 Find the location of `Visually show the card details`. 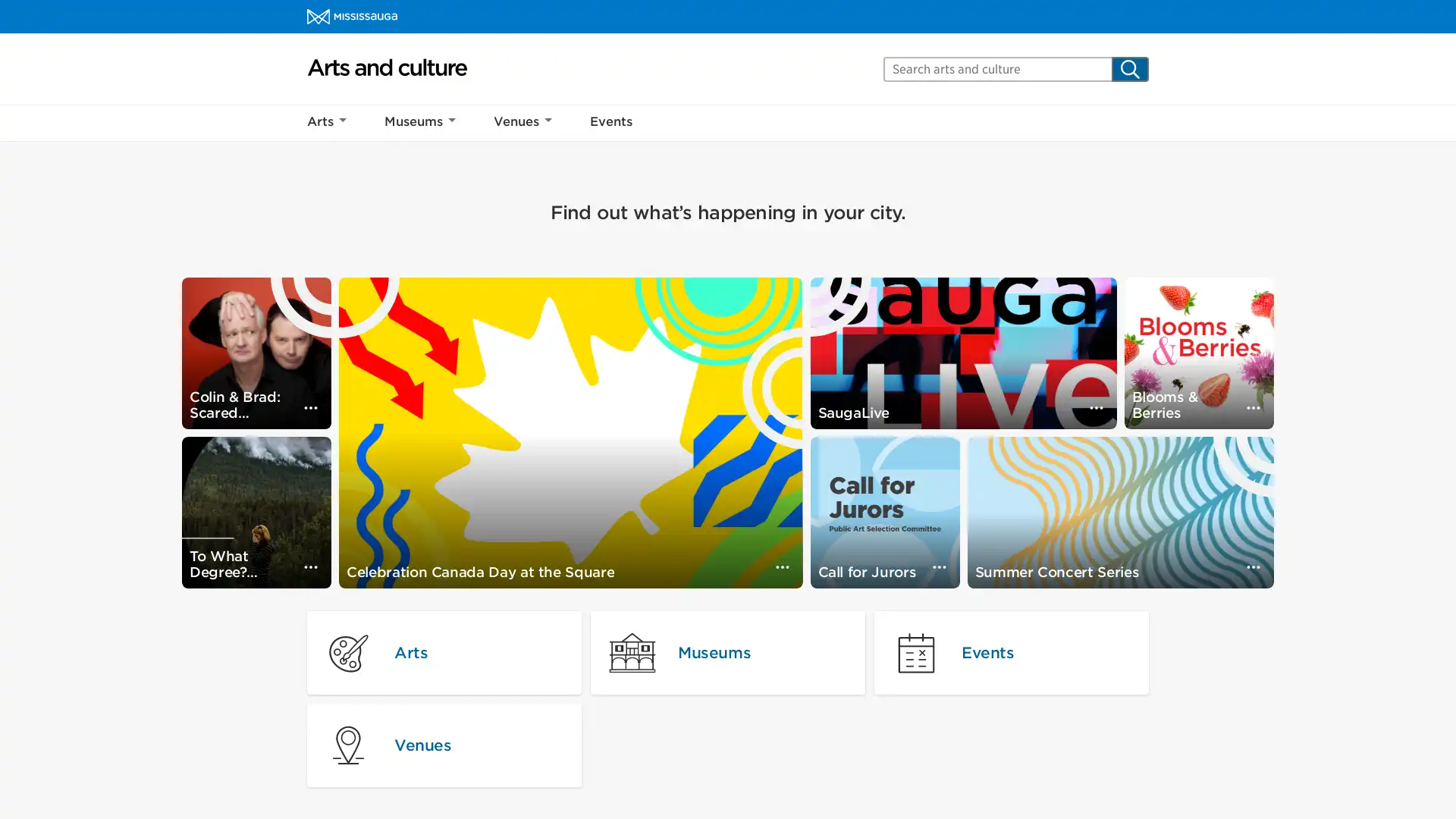

Visually show the card details is located at coordinates (1253, 567).